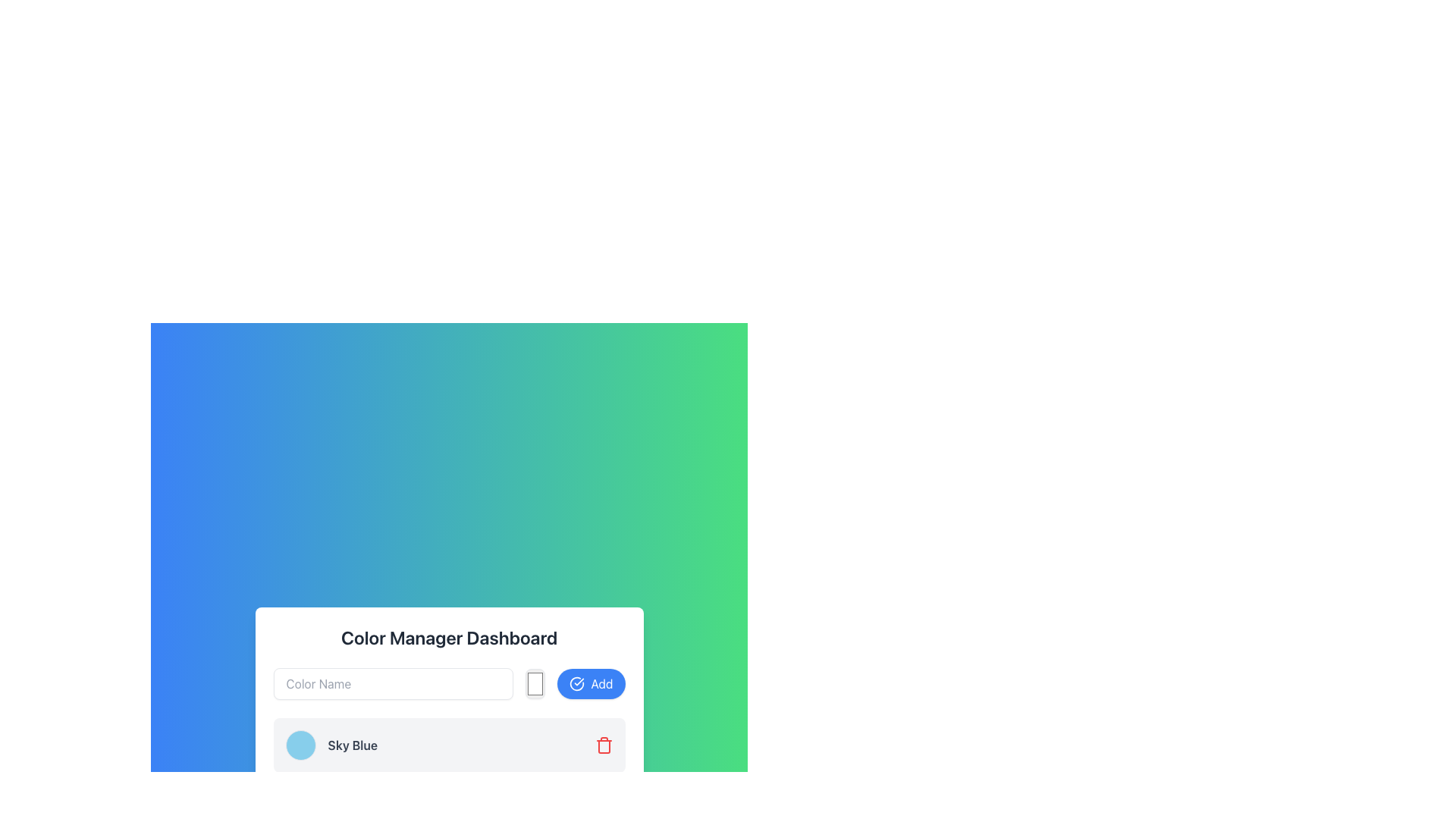 The height and width of the screenshot is (819, 1456). What do you see at coordinates (331, 745) in the screenshot?
I see `label text 'Sky Blue' from the descriptive tag or label pair that consists of a circular icon and the label text on the right` at bounding box center [331, 745].